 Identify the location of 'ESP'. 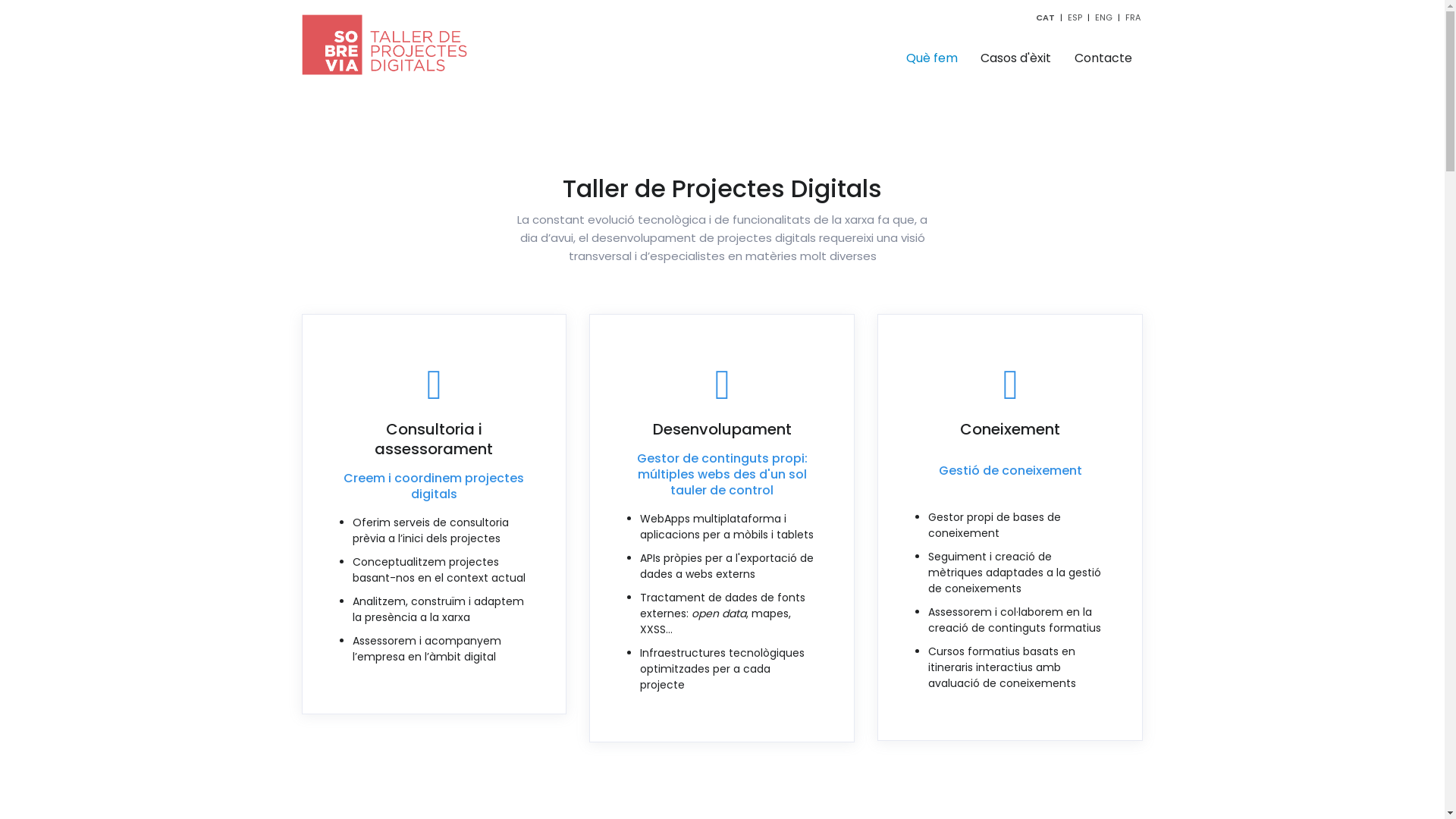
(1066, 17).